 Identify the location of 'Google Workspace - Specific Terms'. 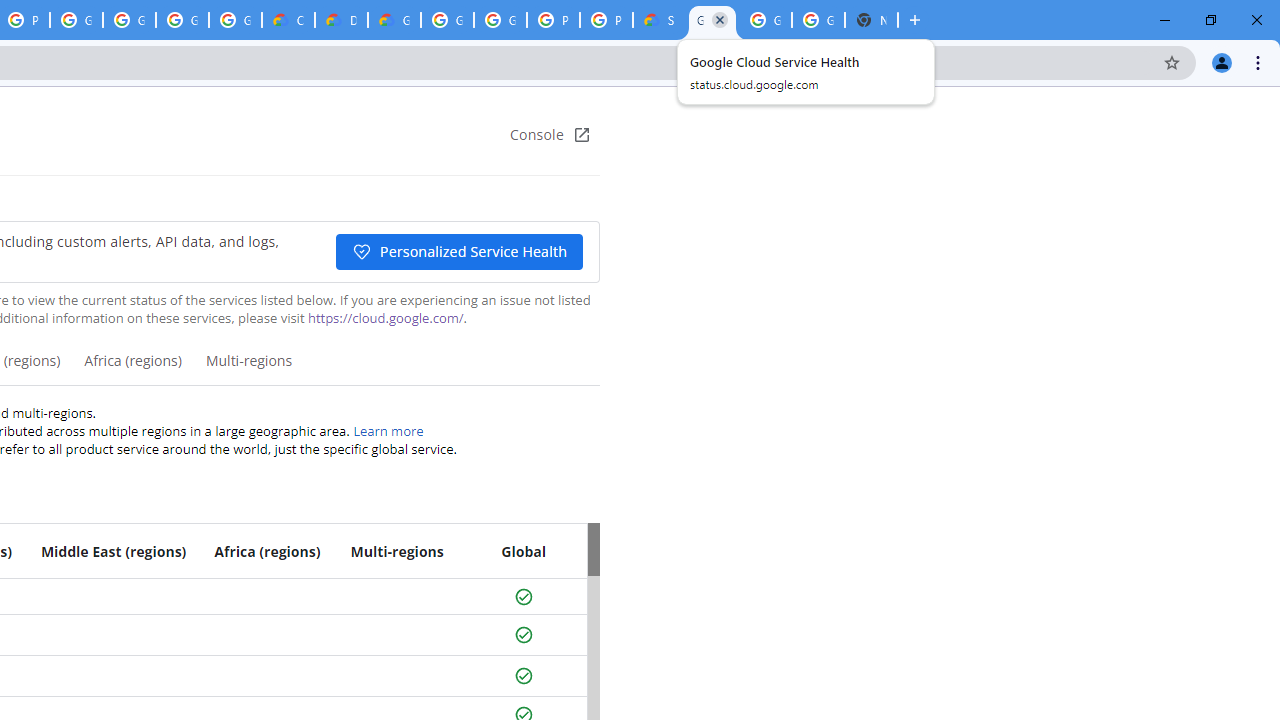
(182, 20).